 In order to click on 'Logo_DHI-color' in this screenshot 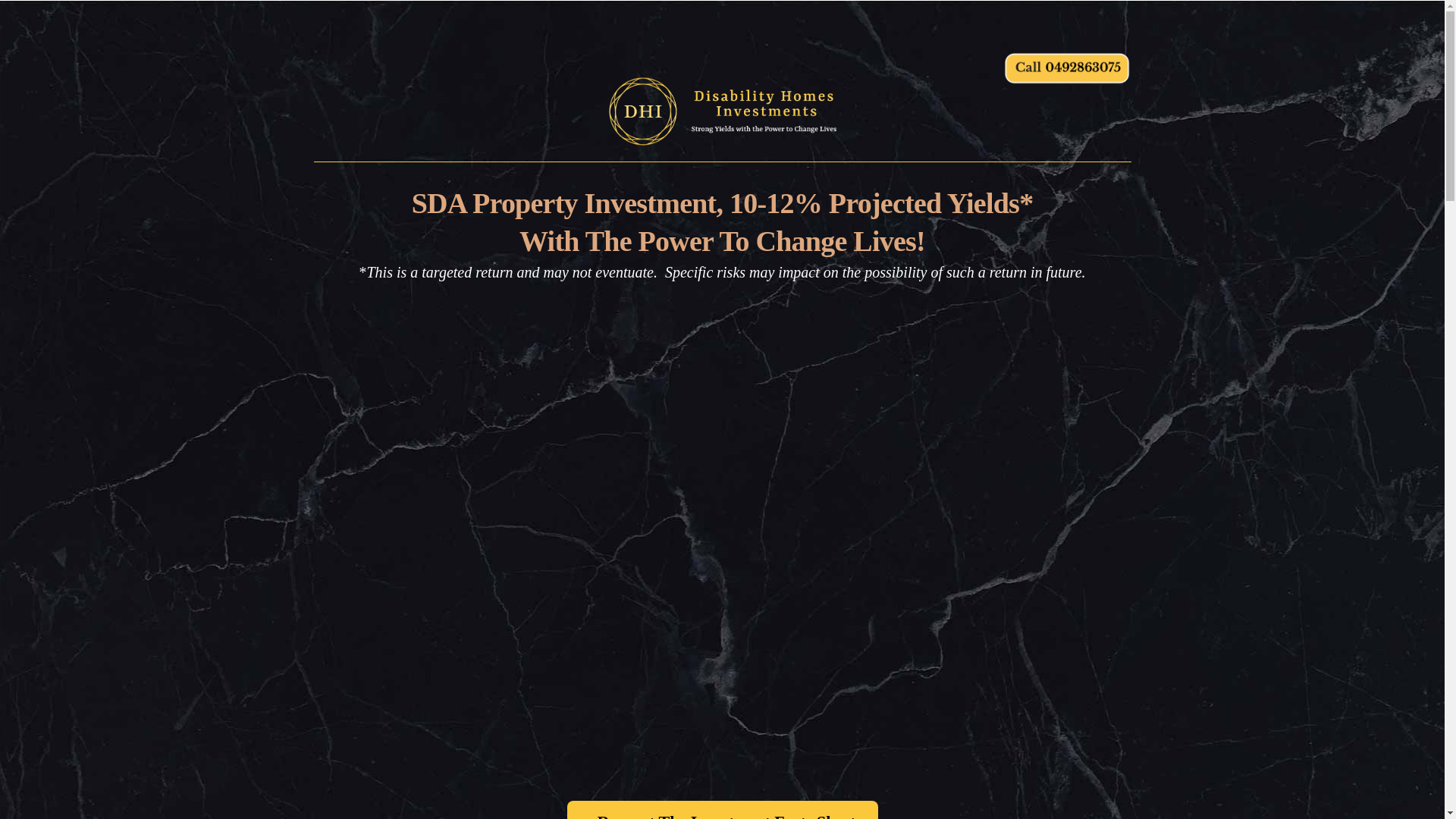, I will do `click(722, 110)`.